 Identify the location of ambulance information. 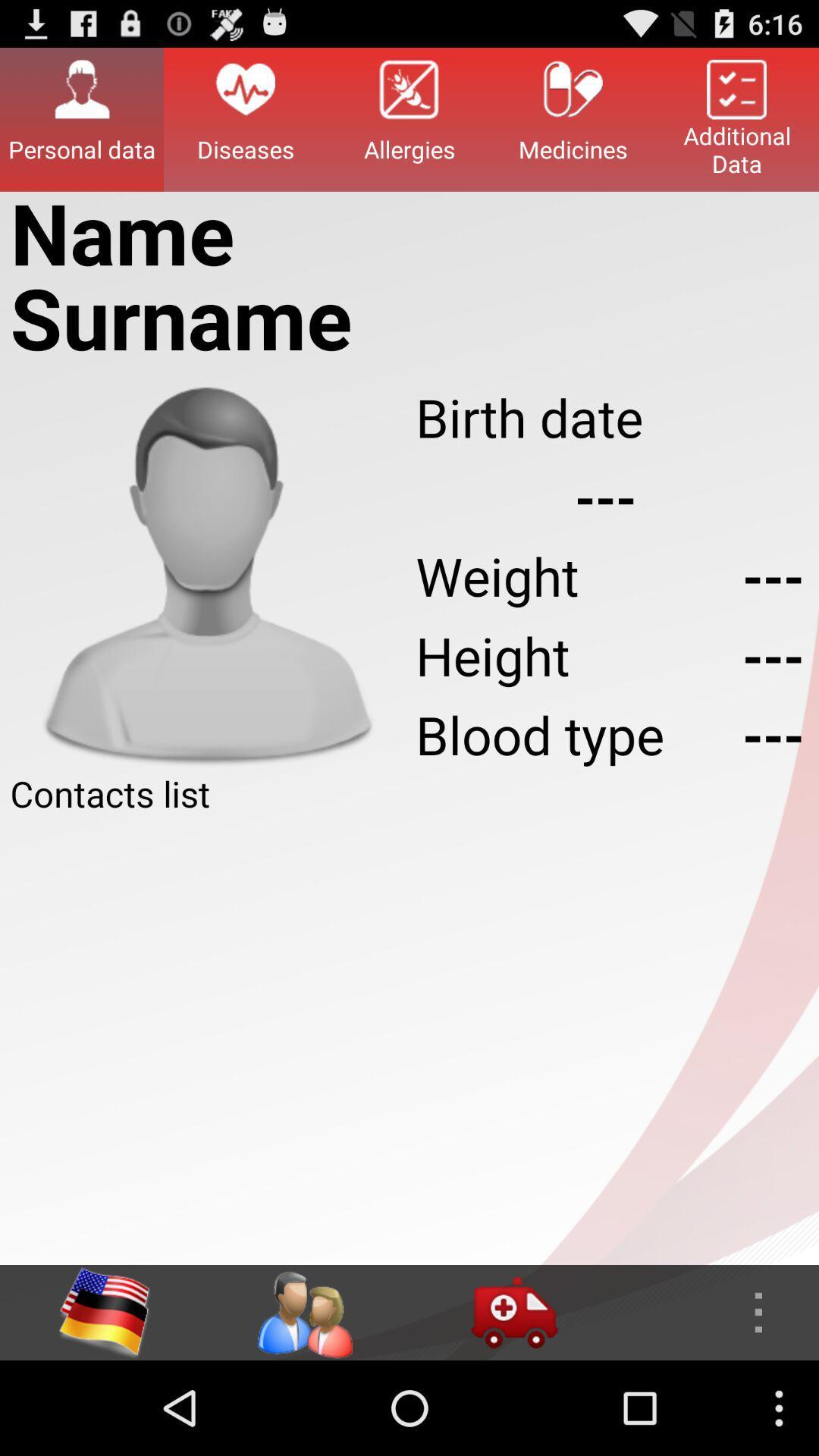
(513, 1312).